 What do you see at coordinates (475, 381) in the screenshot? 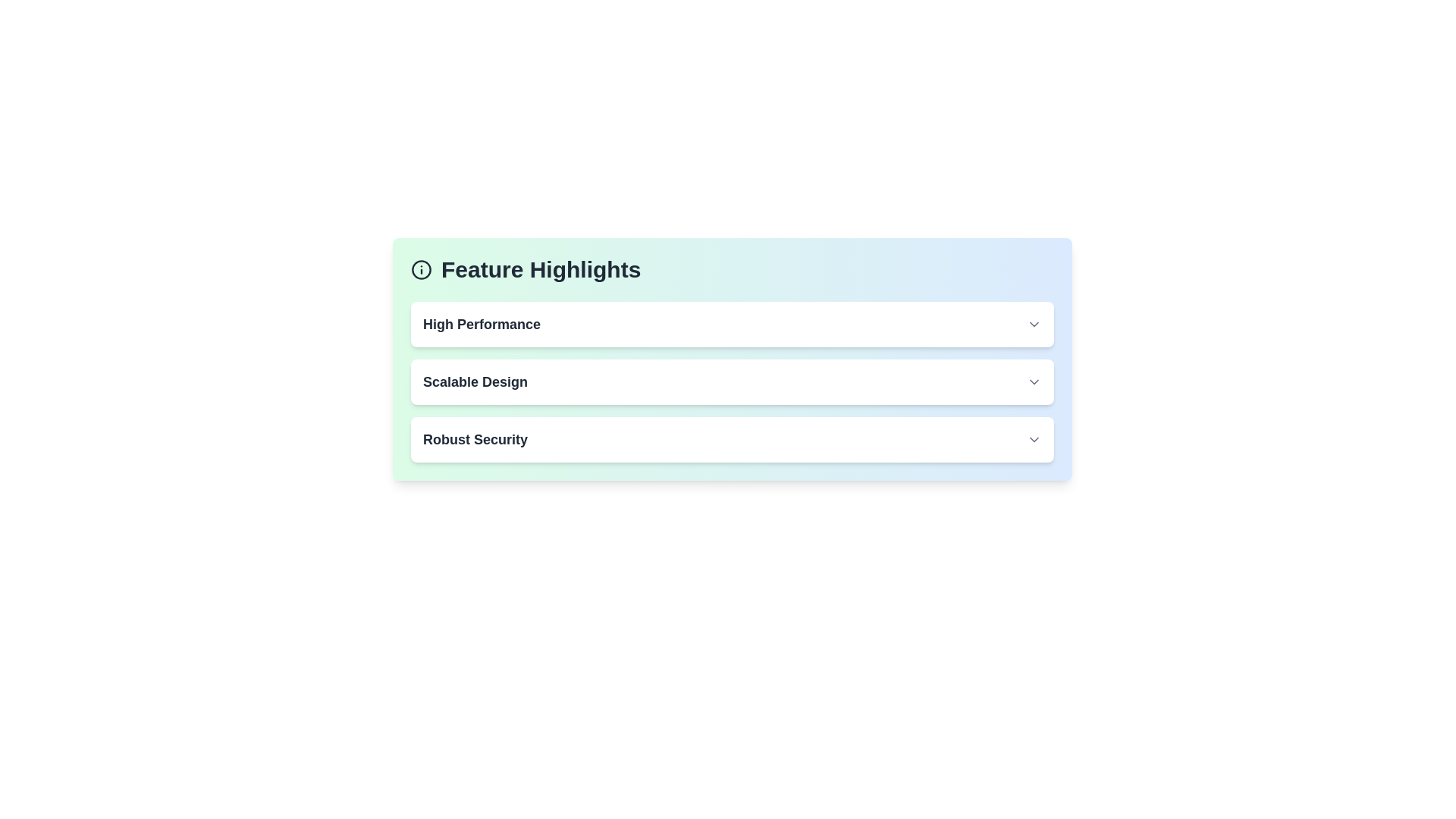
I see `the static text element labeled 'Scalable Design', which is positioned below 'High Performance' and above 'Robust Security'` at bounding box center [475, 381].